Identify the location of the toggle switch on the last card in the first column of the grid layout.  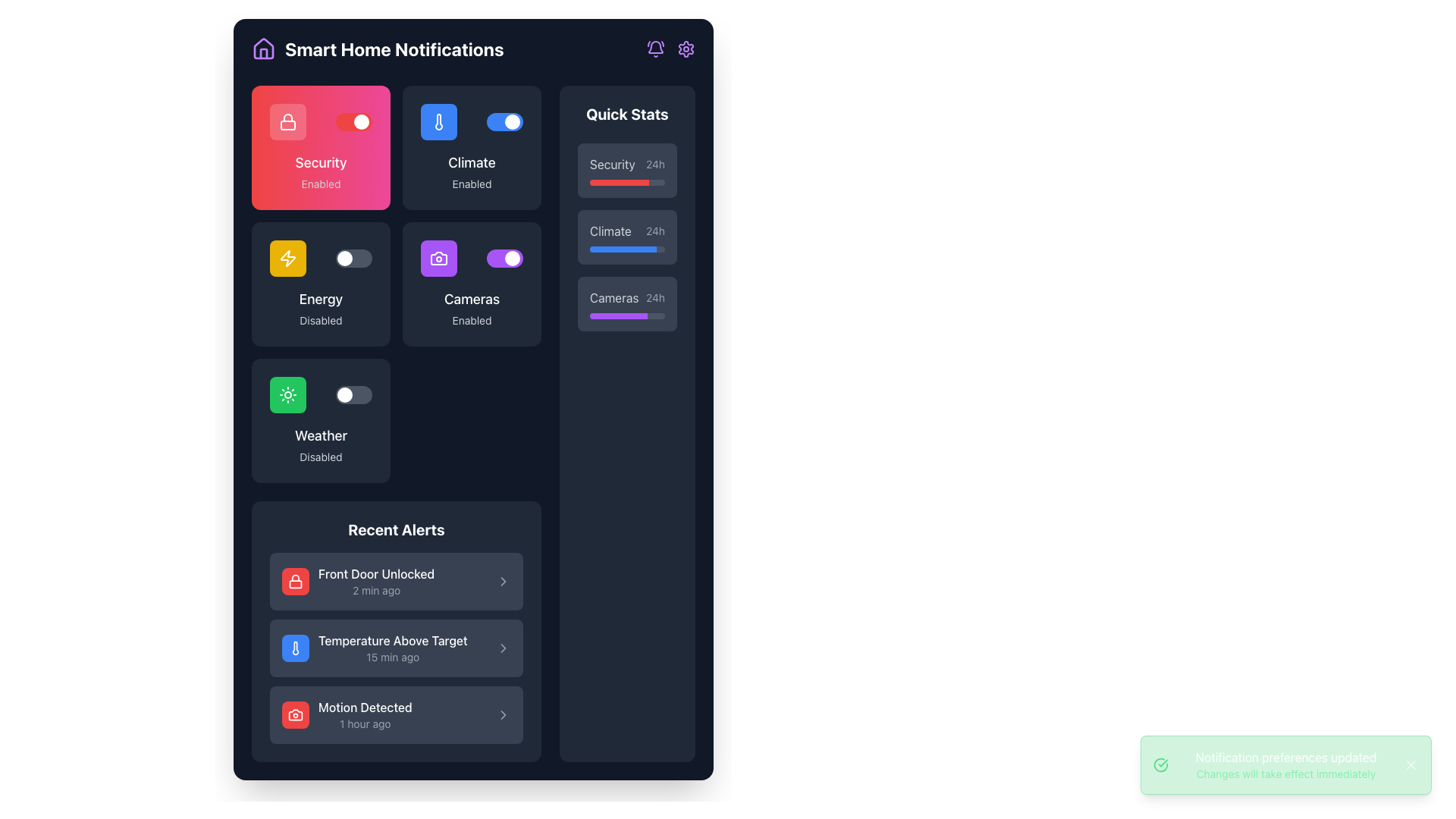
(320, 421).